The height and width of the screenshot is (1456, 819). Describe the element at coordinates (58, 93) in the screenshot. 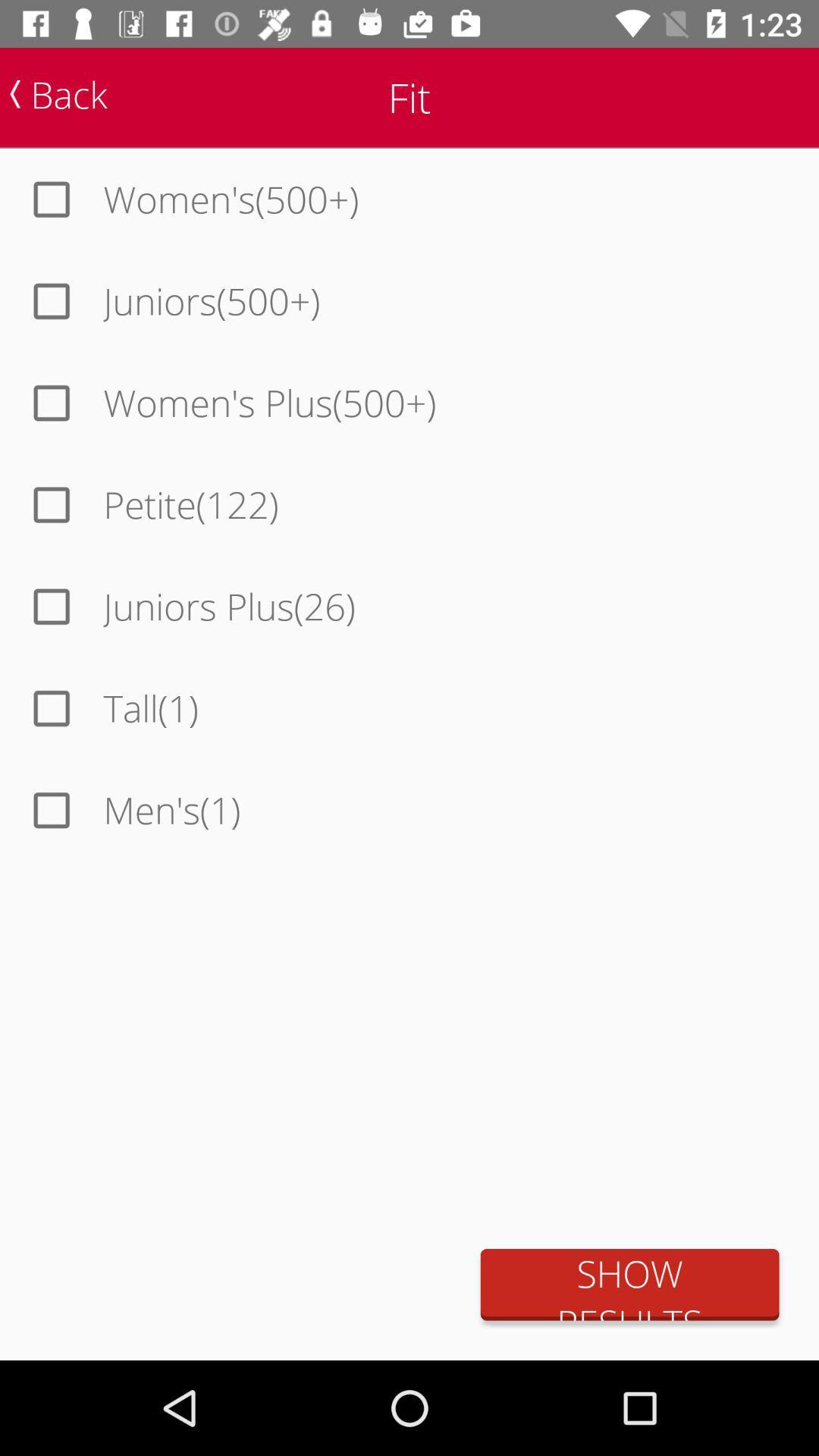

I see `the back item` at that location.